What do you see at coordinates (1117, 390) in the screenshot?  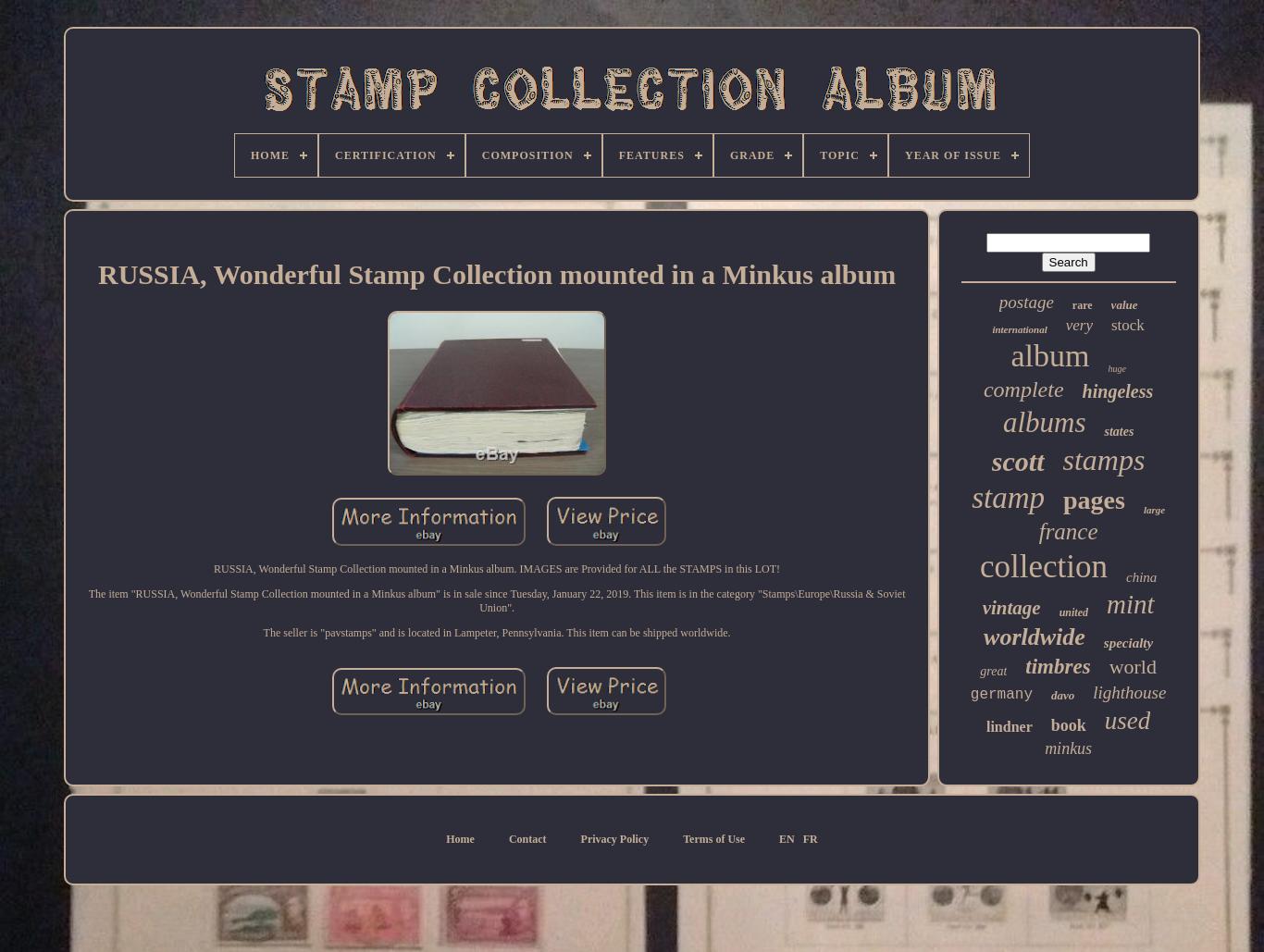 I see `'hingeless'` at bounding box center [1117, 390].